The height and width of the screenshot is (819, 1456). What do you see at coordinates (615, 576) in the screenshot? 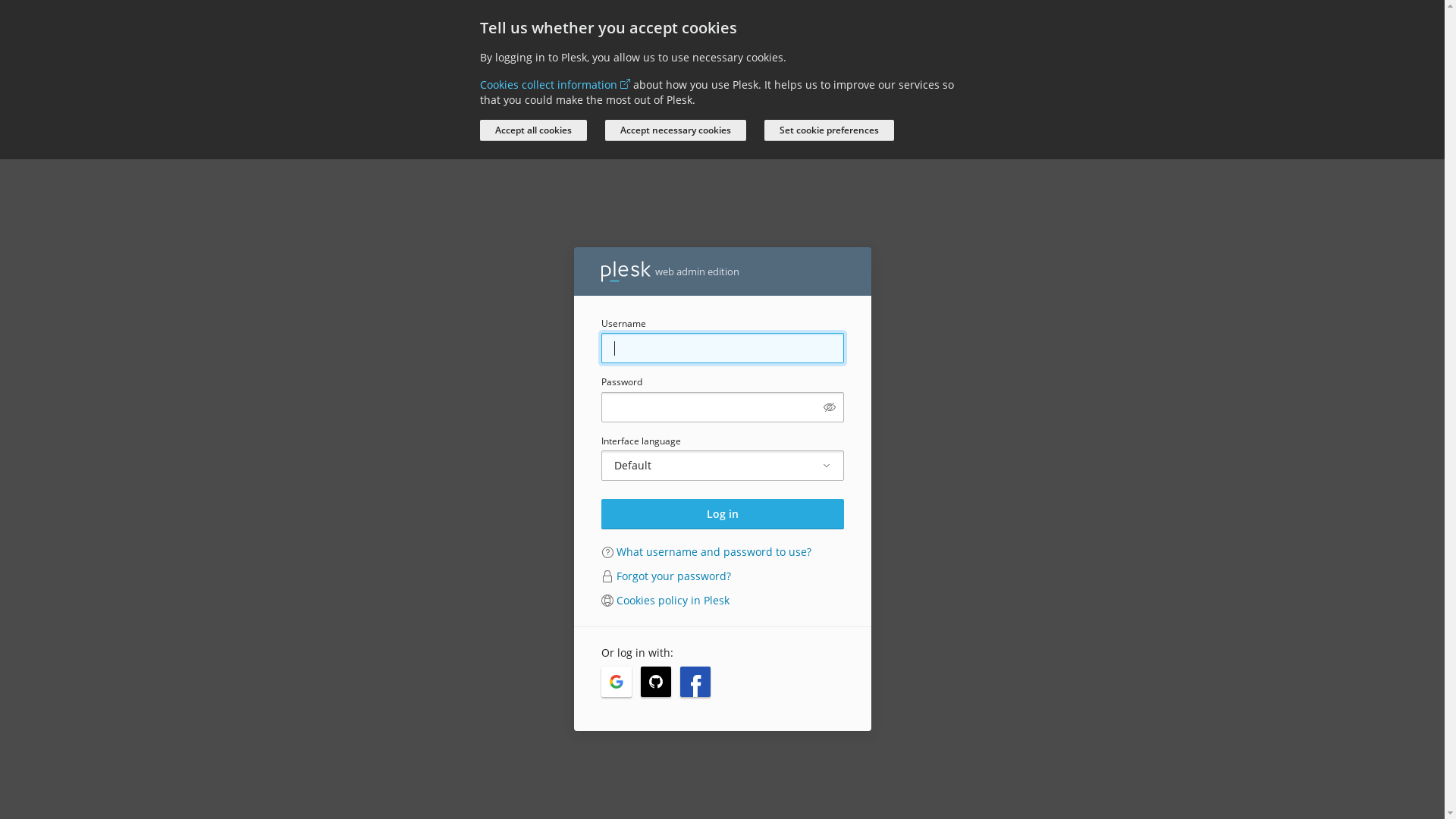
I see `'Forgot your password?'` at bounding box center [615, 576].